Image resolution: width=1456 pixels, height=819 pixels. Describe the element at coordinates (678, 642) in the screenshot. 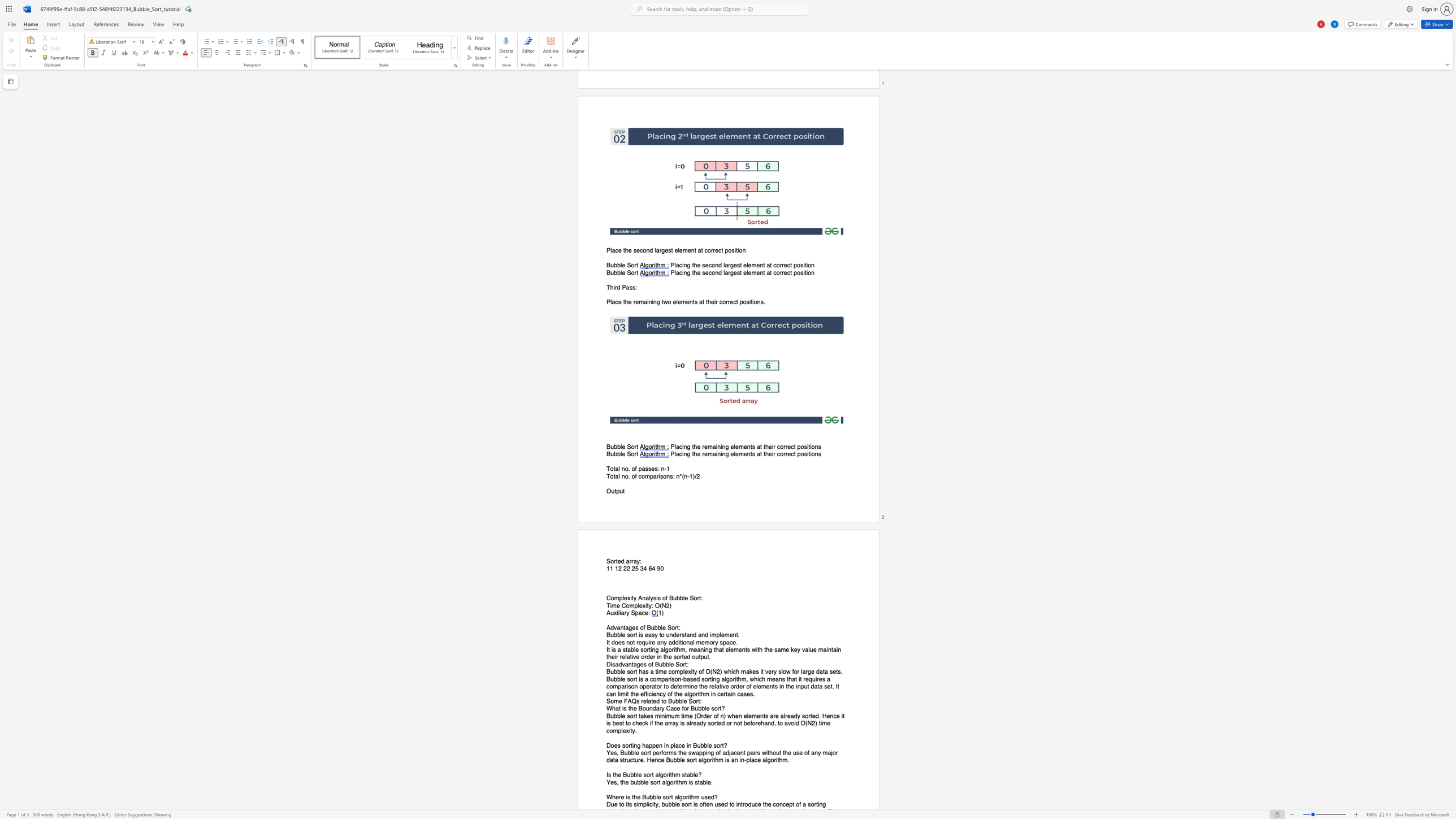

I see `the subset text "ition" within the text "additional"` at that location.